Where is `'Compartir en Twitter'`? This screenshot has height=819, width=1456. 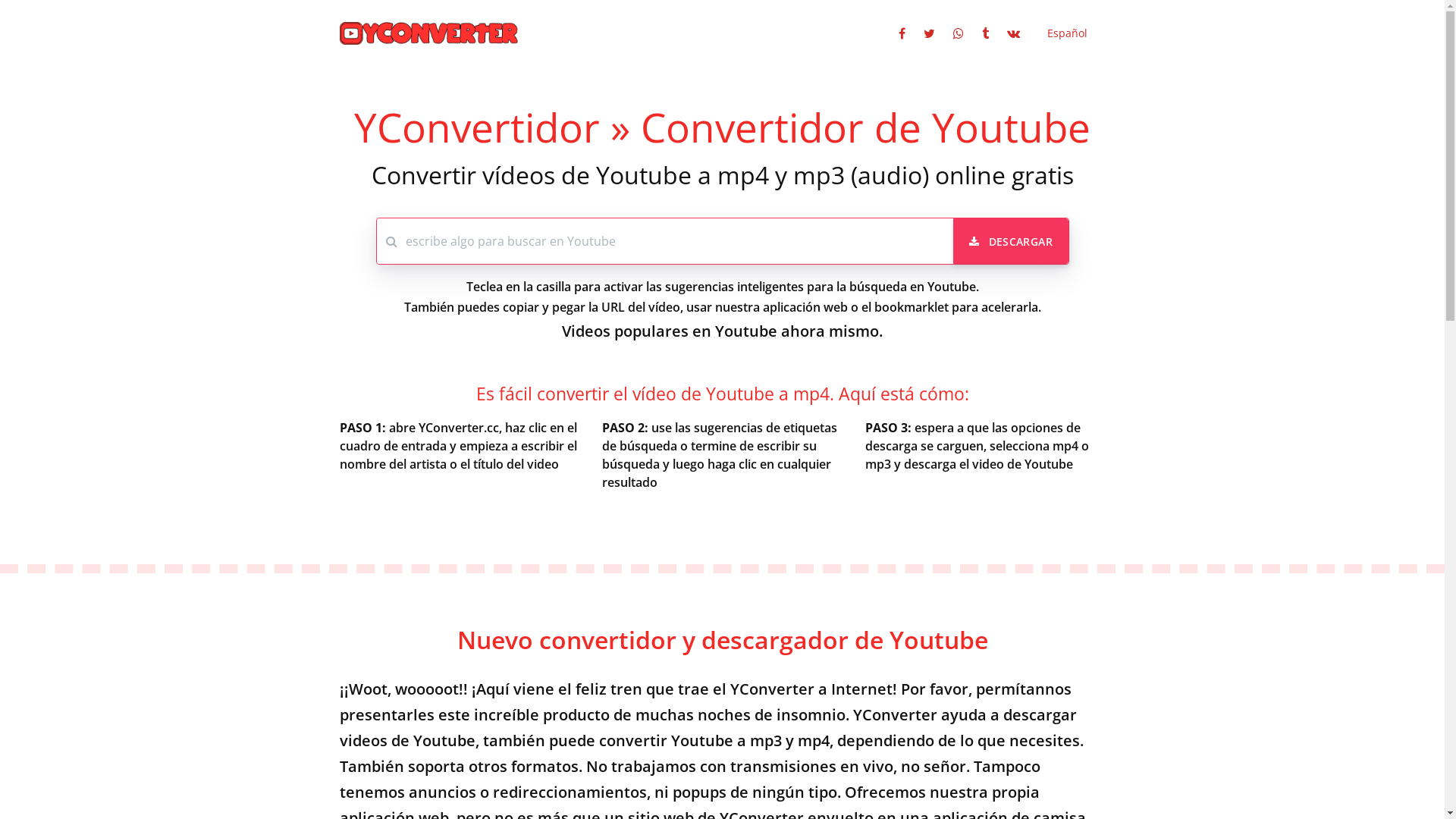 'Compartir en Twitter' is located at coordinates (928, 33).